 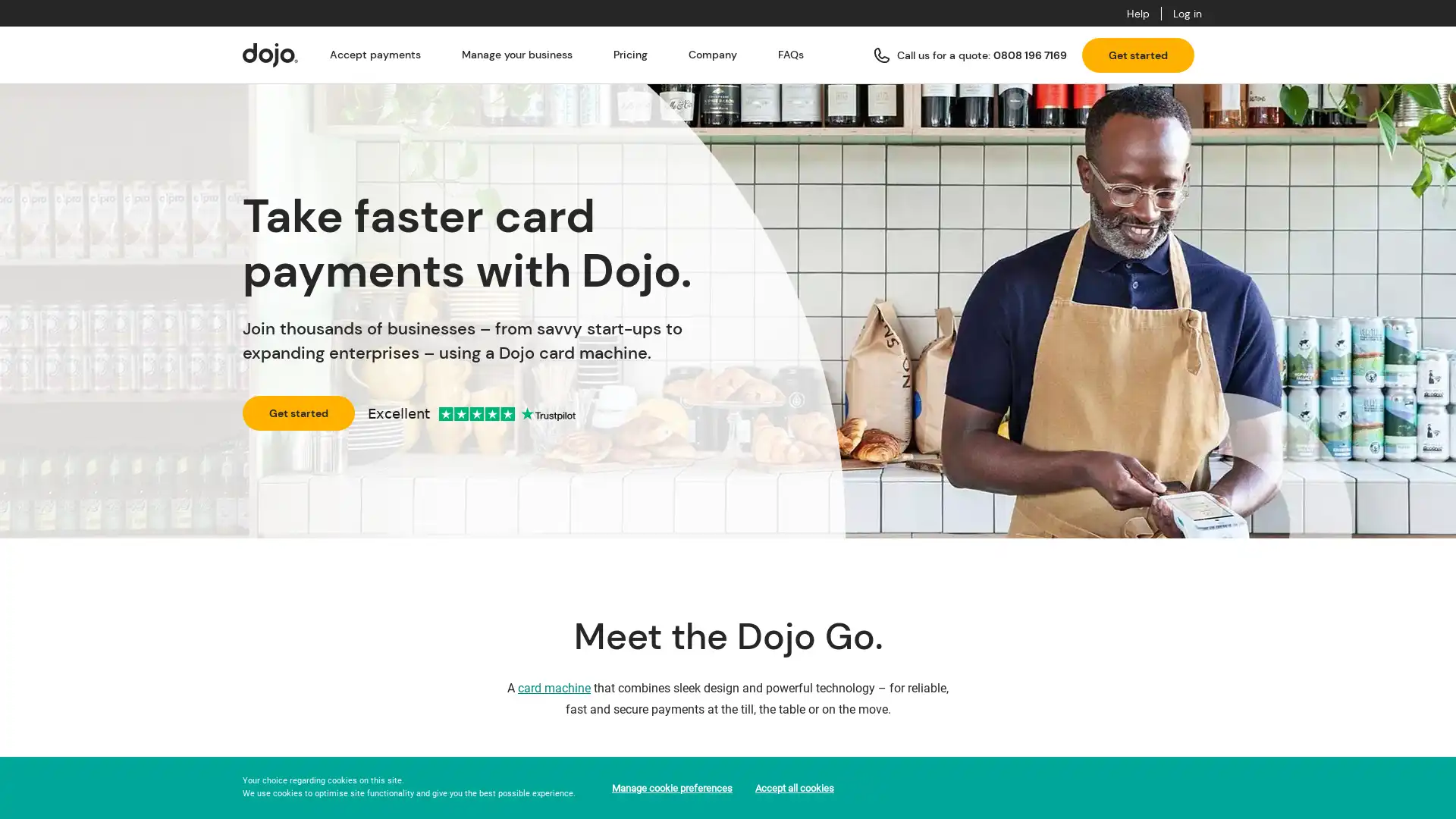 I want to click on Accept all cookies, so click(x=793, y=786).